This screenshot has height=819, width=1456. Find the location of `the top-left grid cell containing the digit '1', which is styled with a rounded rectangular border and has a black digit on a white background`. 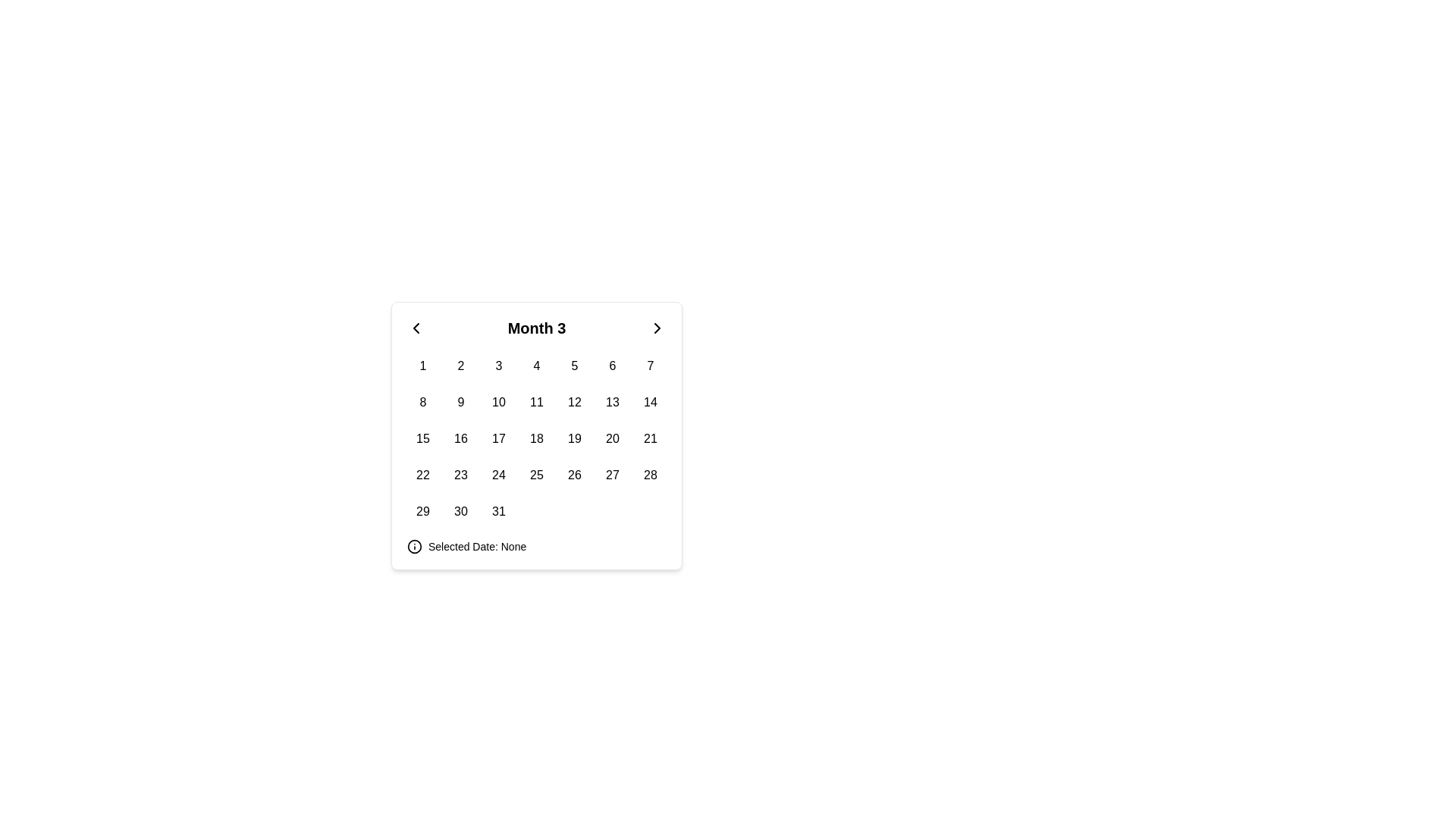

the top-left grid cell containing the digit '1', which is styled with a rounded rectangular border and has a black digit on a white background is located at coordinates (422, 366).